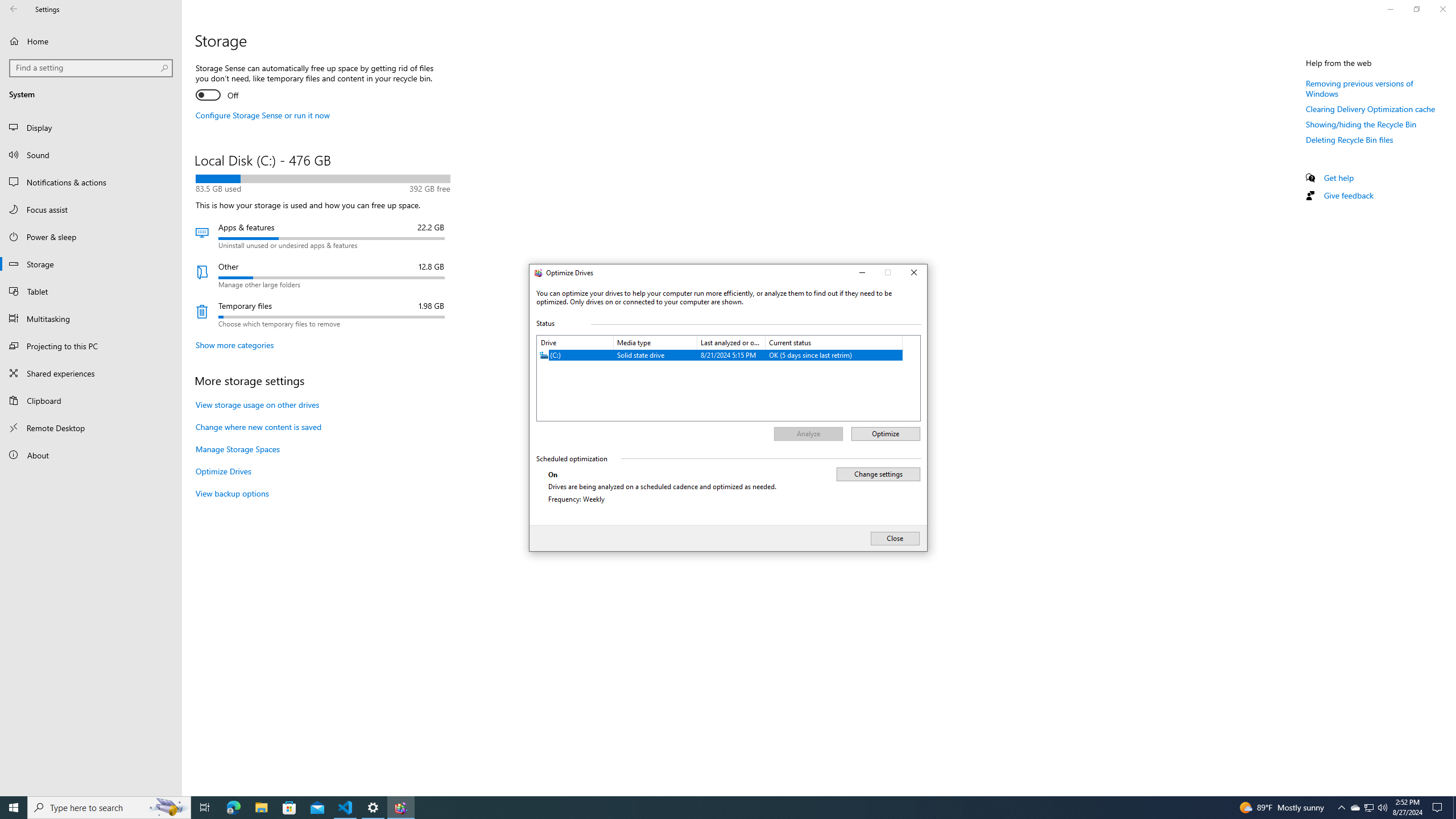 The image size is (1456, 819). What do you see at coordinates (260, 806) in the screenshot?
I see `'File Explorer'` at bounding box center [260, 806].